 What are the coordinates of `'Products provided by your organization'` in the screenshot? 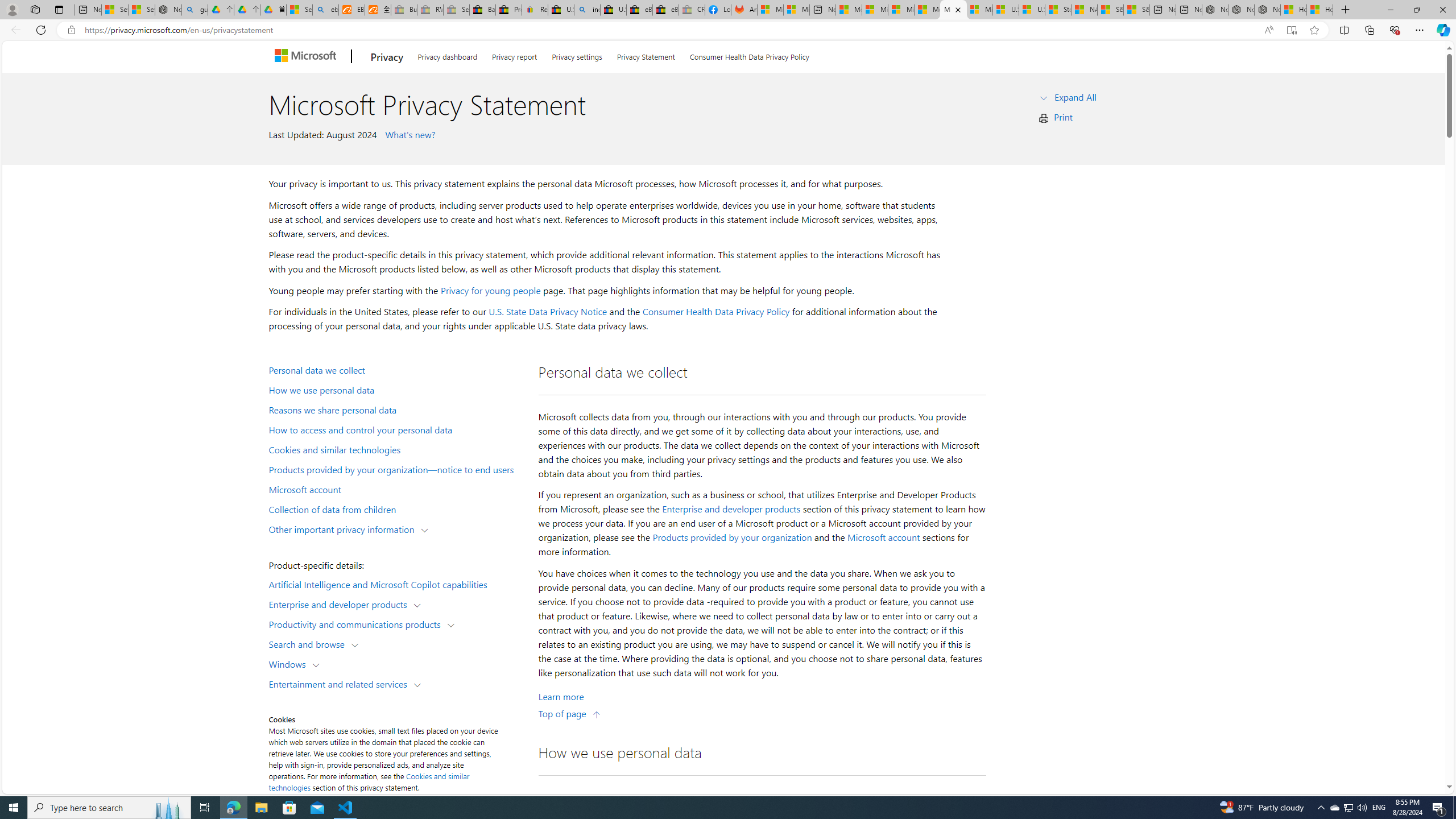 It's located at (732, 537).